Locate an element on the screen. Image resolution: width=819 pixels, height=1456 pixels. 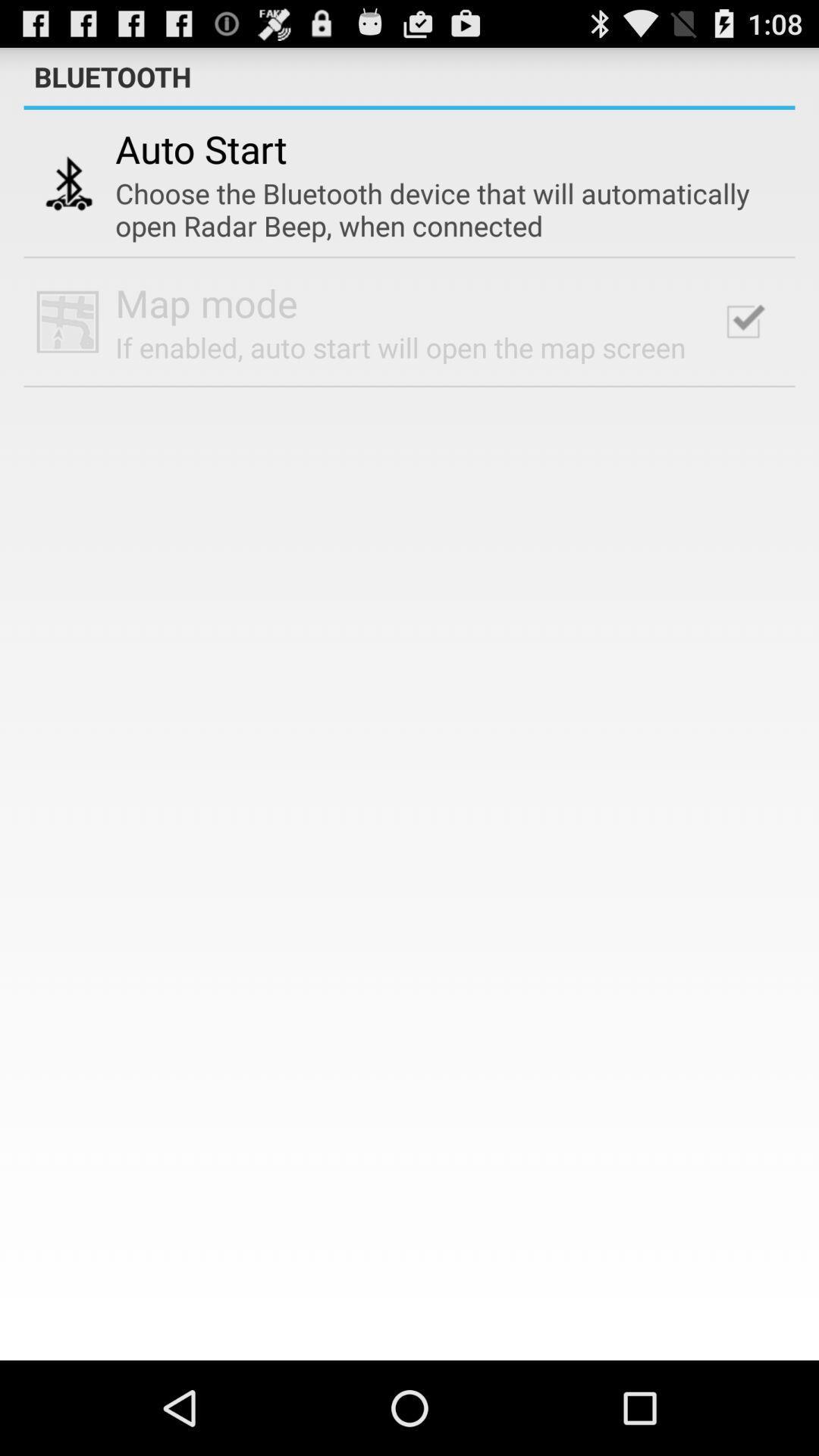
the if enabled auto app is located at coordinates (400, 347).